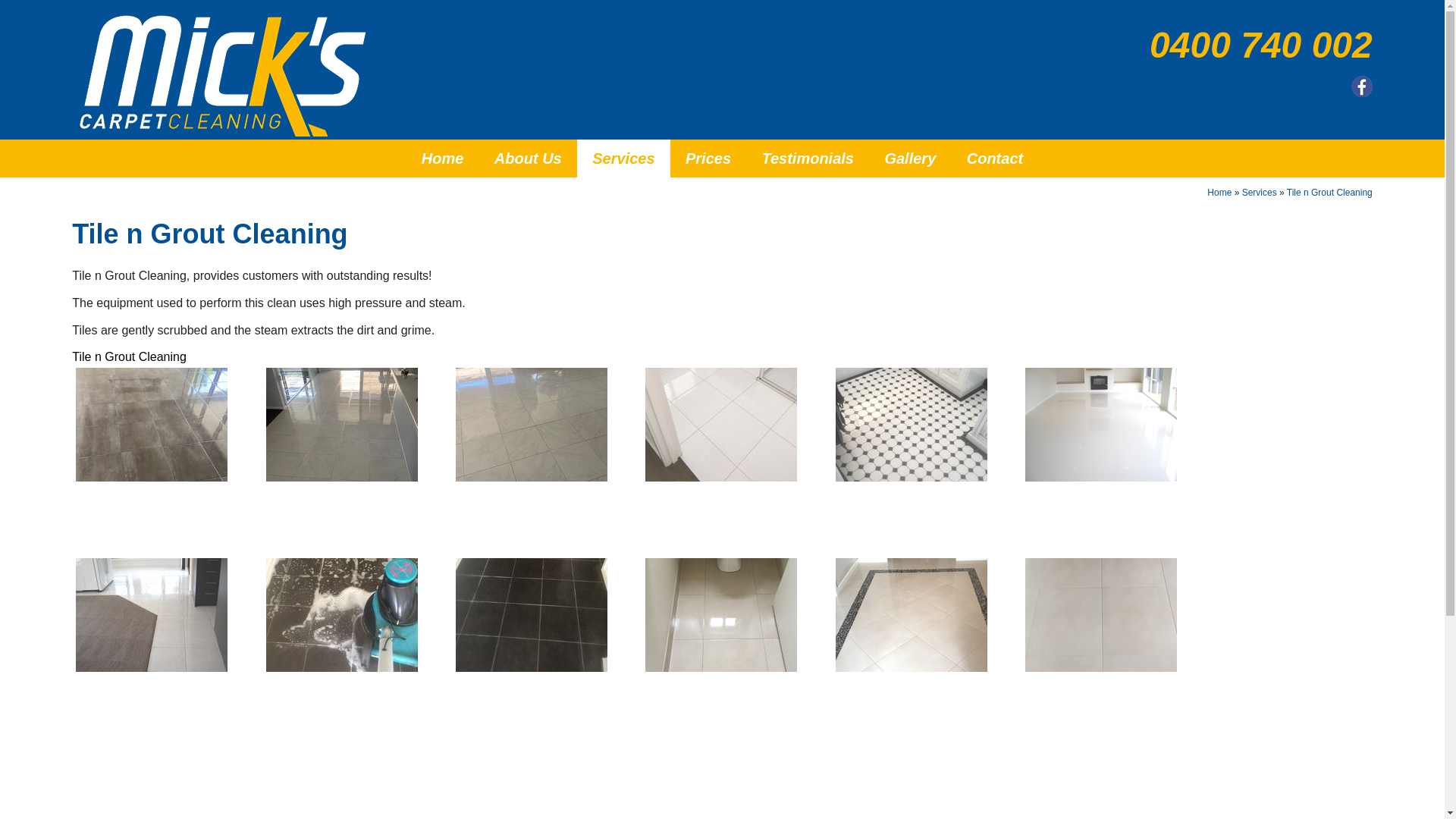 The height and width of the screenshot is (819, 1456). Describe the element at coordinates (1259, 192) in the screenshot. I see `'Services'` at that location.